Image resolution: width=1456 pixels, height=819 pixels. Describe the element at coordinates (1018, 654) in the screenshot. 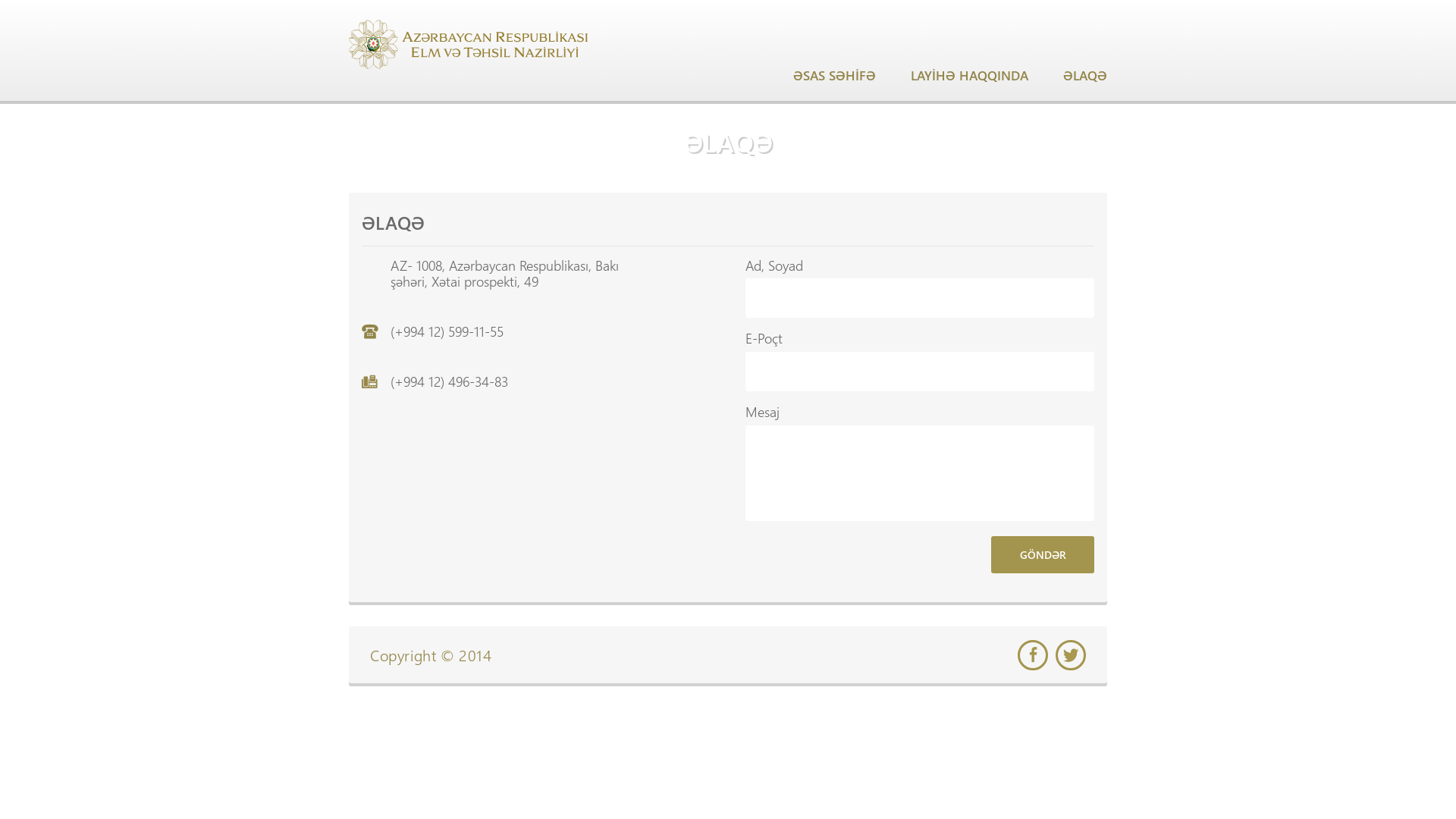

I see `'Facebook'` at that location.